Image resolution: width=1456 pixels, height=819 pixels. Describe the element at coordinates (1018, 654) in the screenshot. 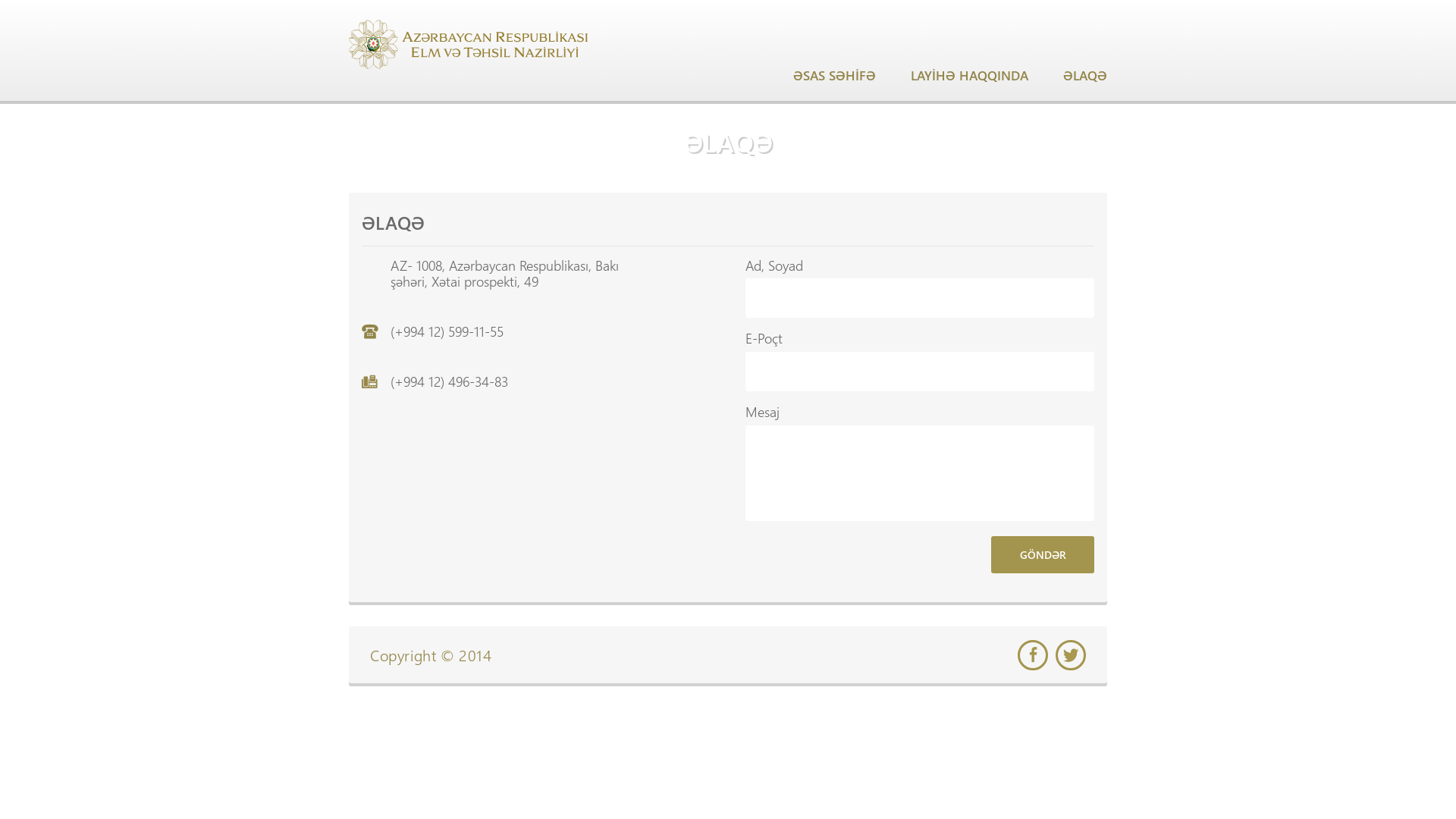

I see `'Facebook'` at that location.